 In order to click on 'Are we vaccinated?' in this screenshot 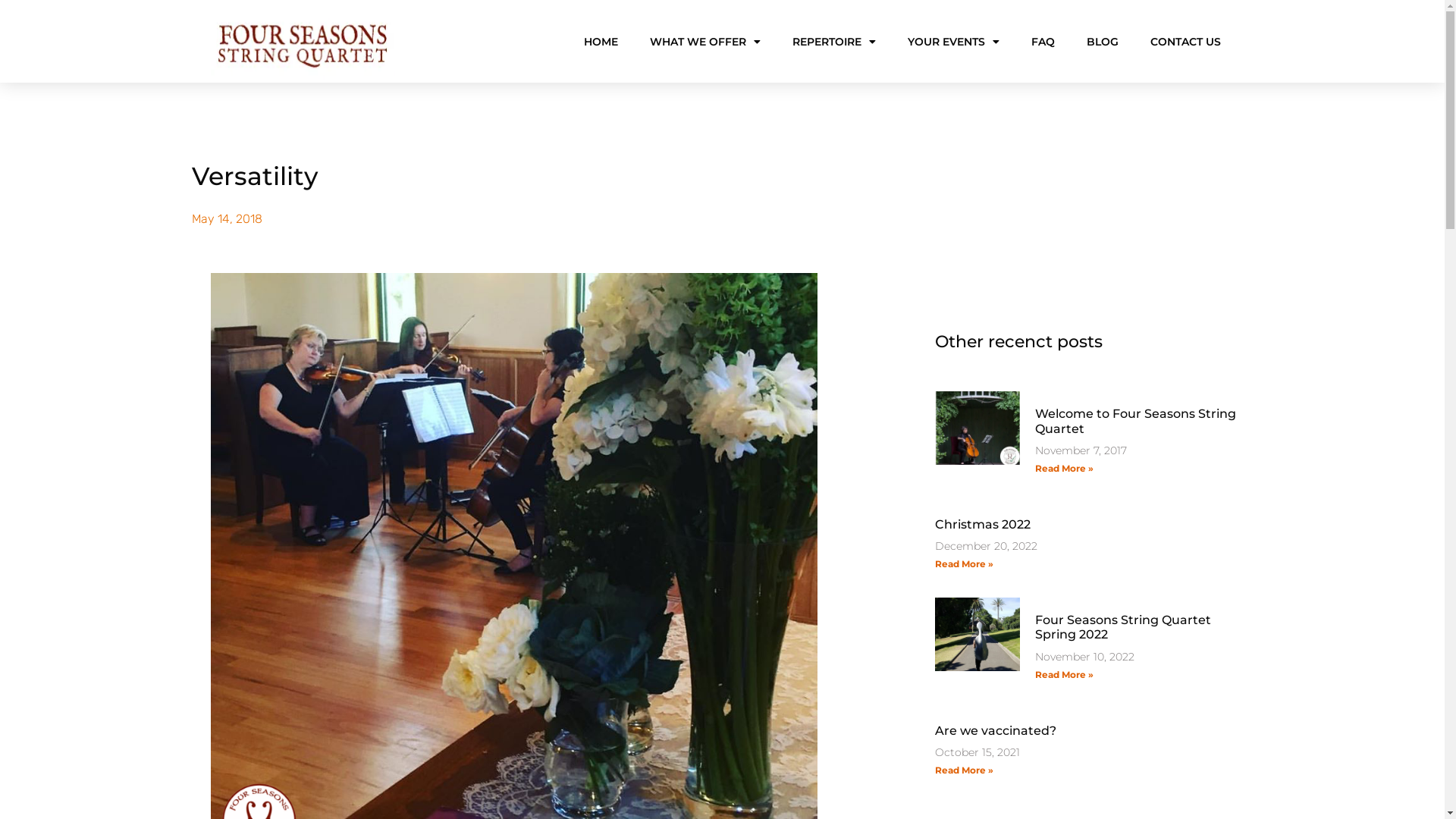, I will do `click(994, 730)`.